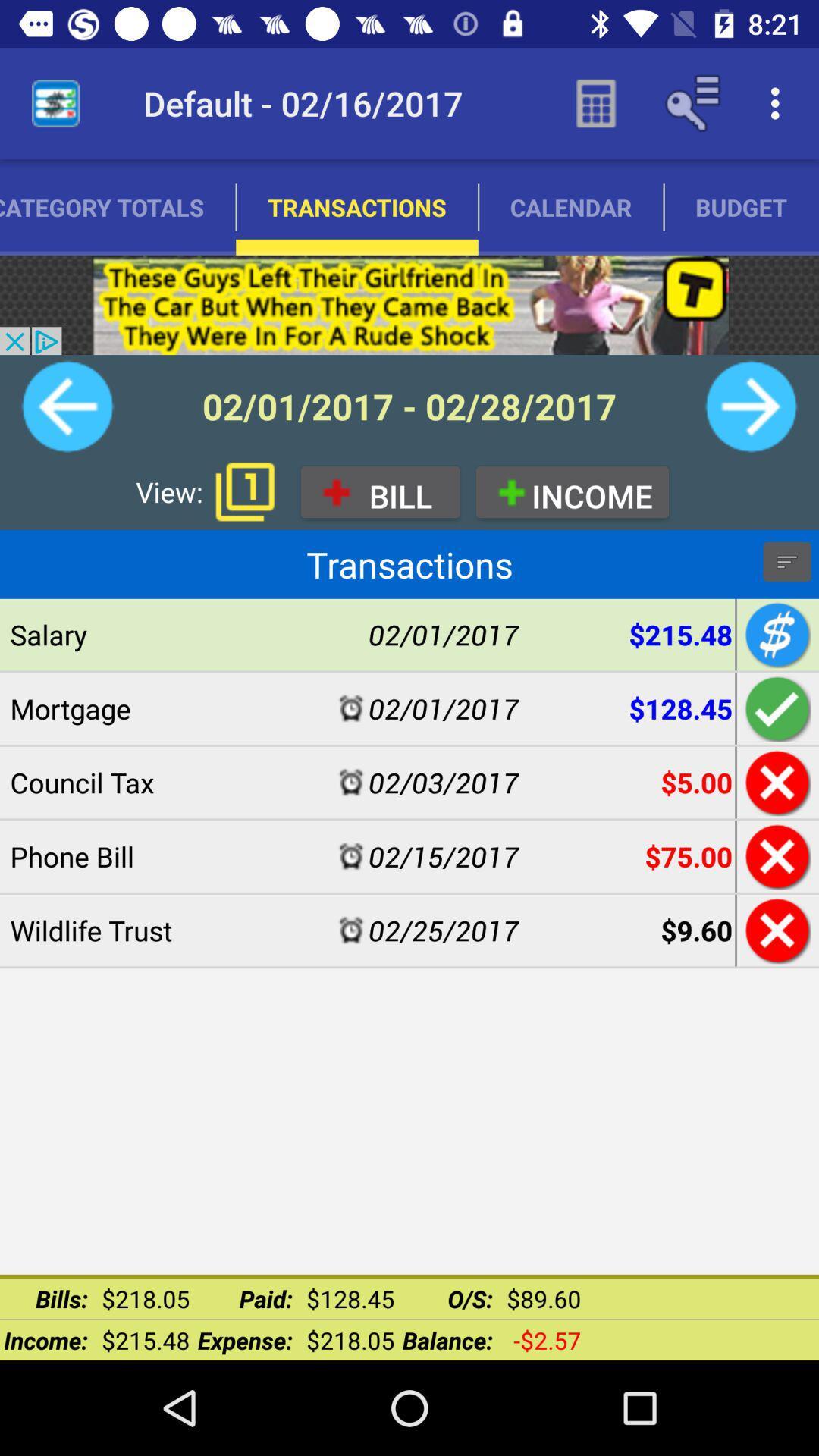 This screenshot has width=819, height=1456. I want to click on council tax transaction, so click(775, 783).